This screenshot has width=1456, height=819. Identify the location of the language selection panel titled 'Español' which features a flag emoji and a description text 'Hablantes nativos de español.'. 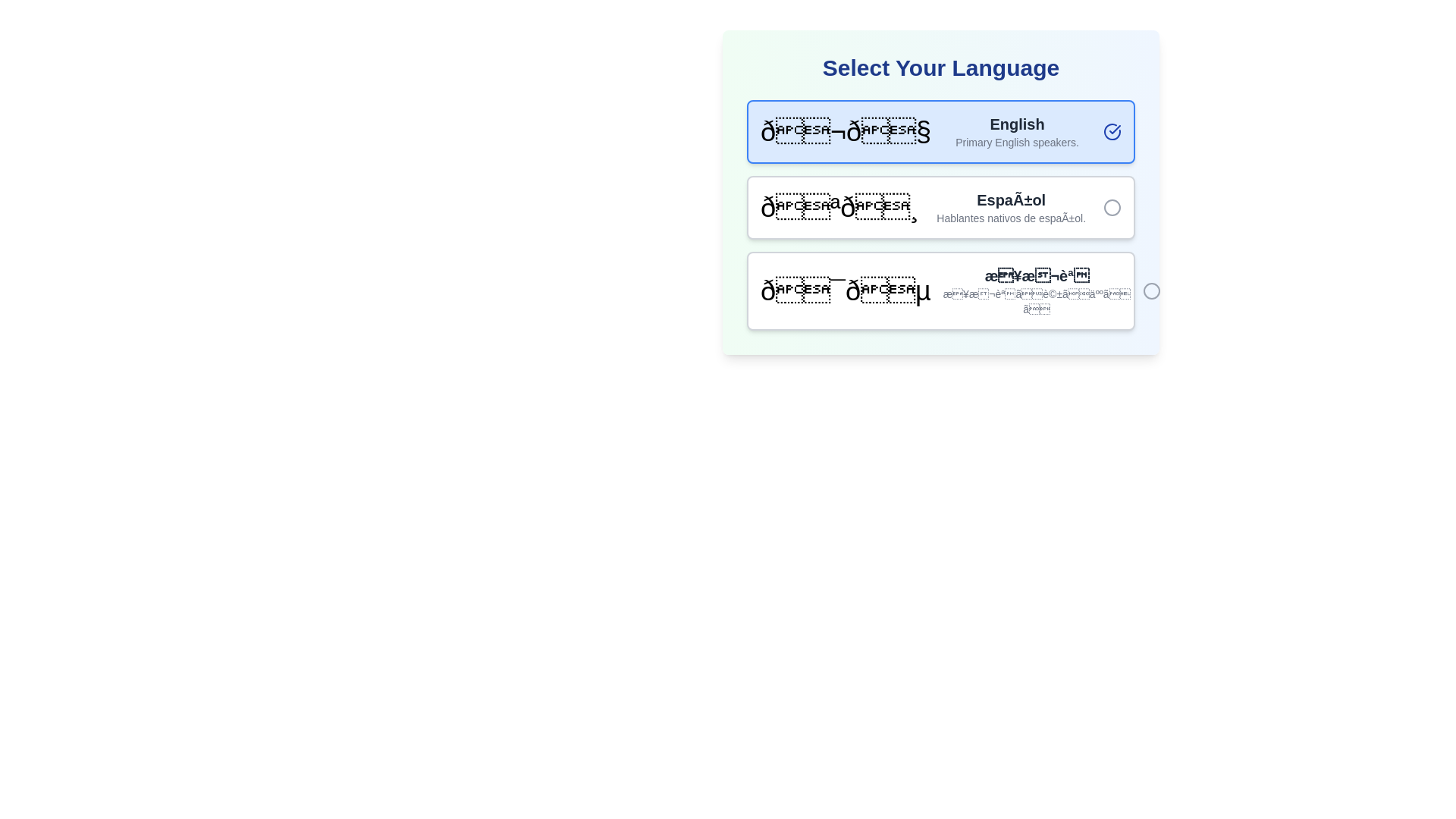
(940, 207).